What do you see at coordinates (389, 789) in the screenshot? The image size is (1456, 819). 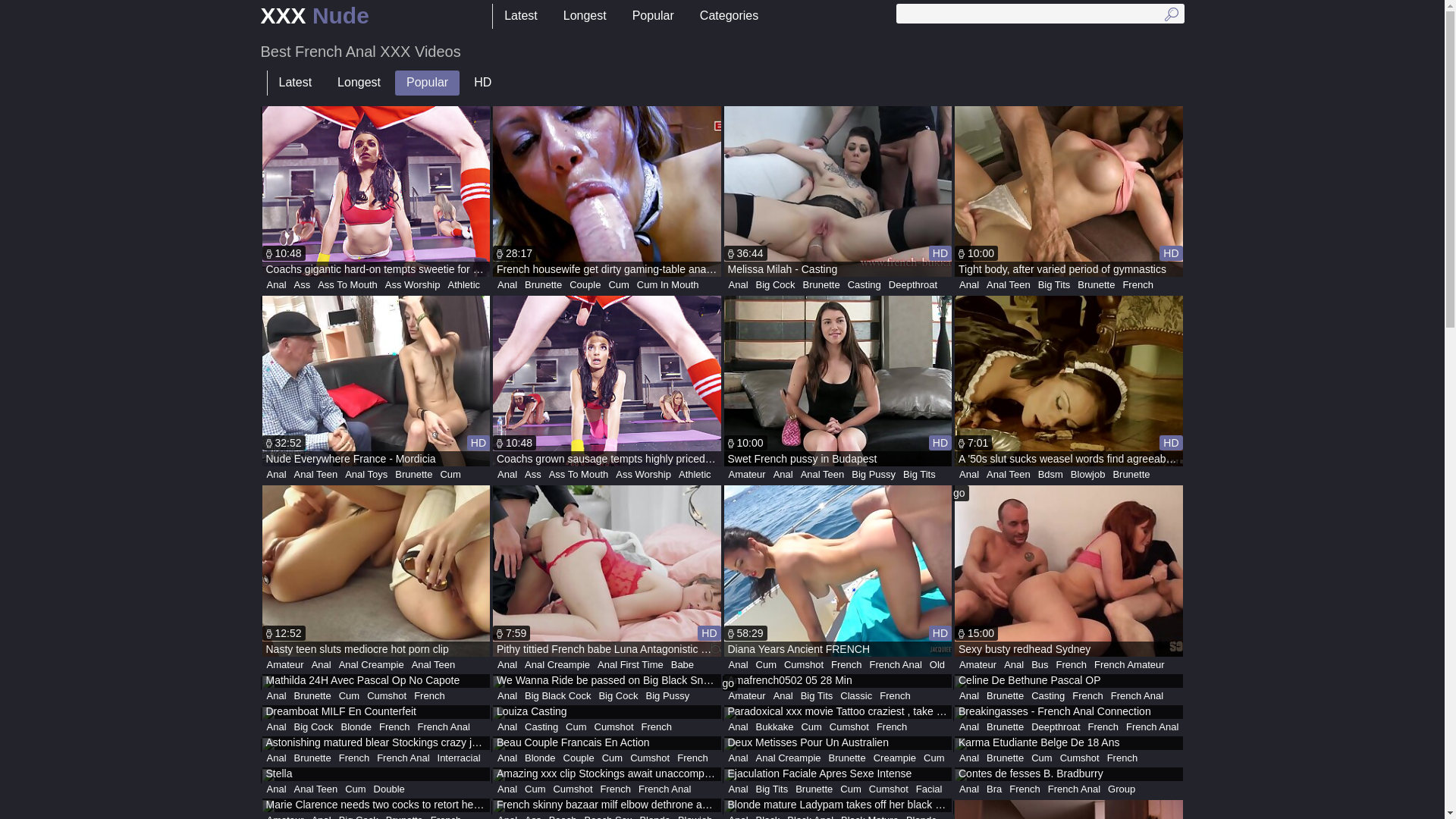 I see `'Double'` at bounding box center [389, 789].